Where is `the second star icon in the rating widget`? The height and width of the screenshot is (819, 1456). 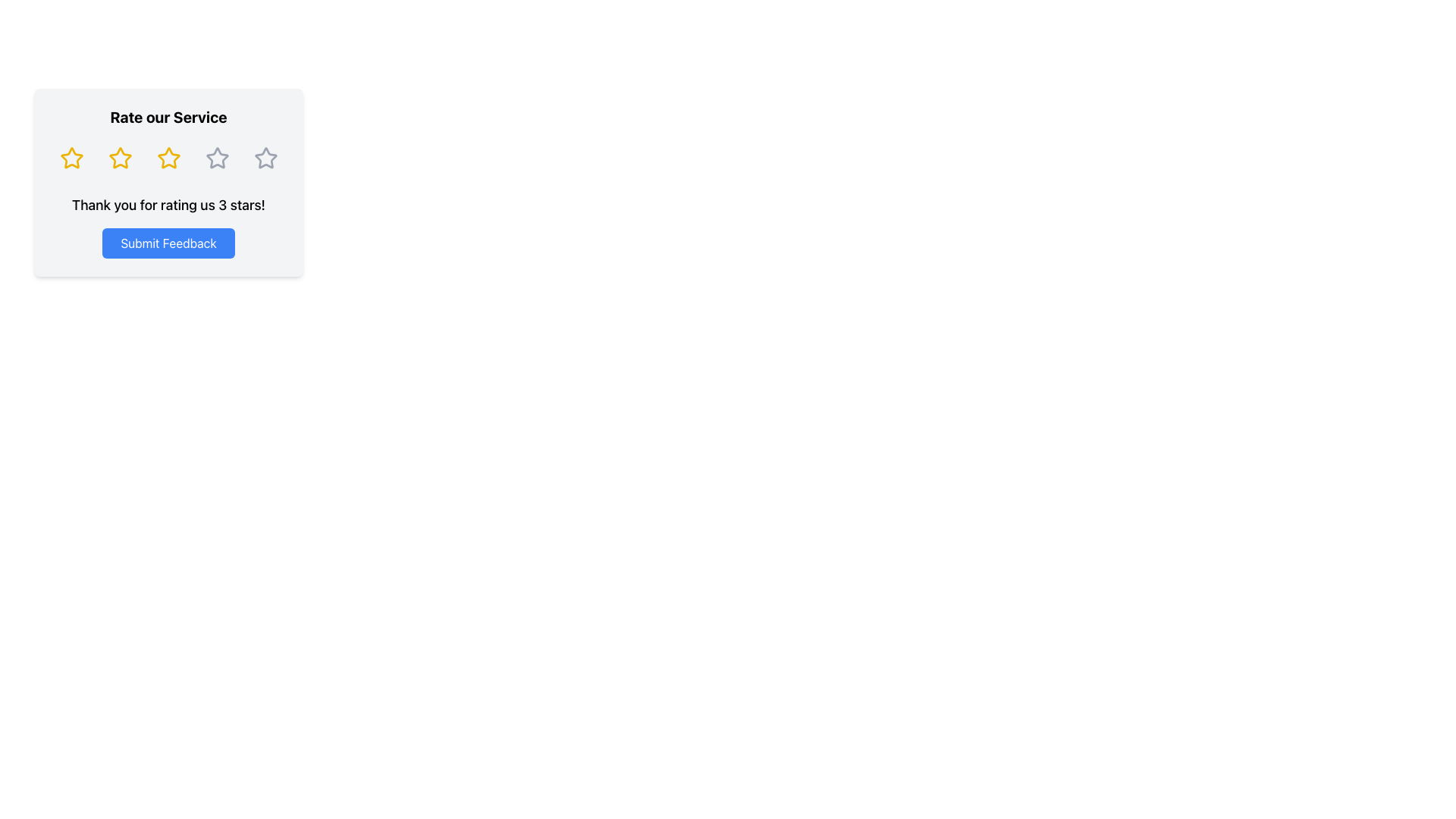
the second star icon in the rating widget is located at coordinates (119, 158).